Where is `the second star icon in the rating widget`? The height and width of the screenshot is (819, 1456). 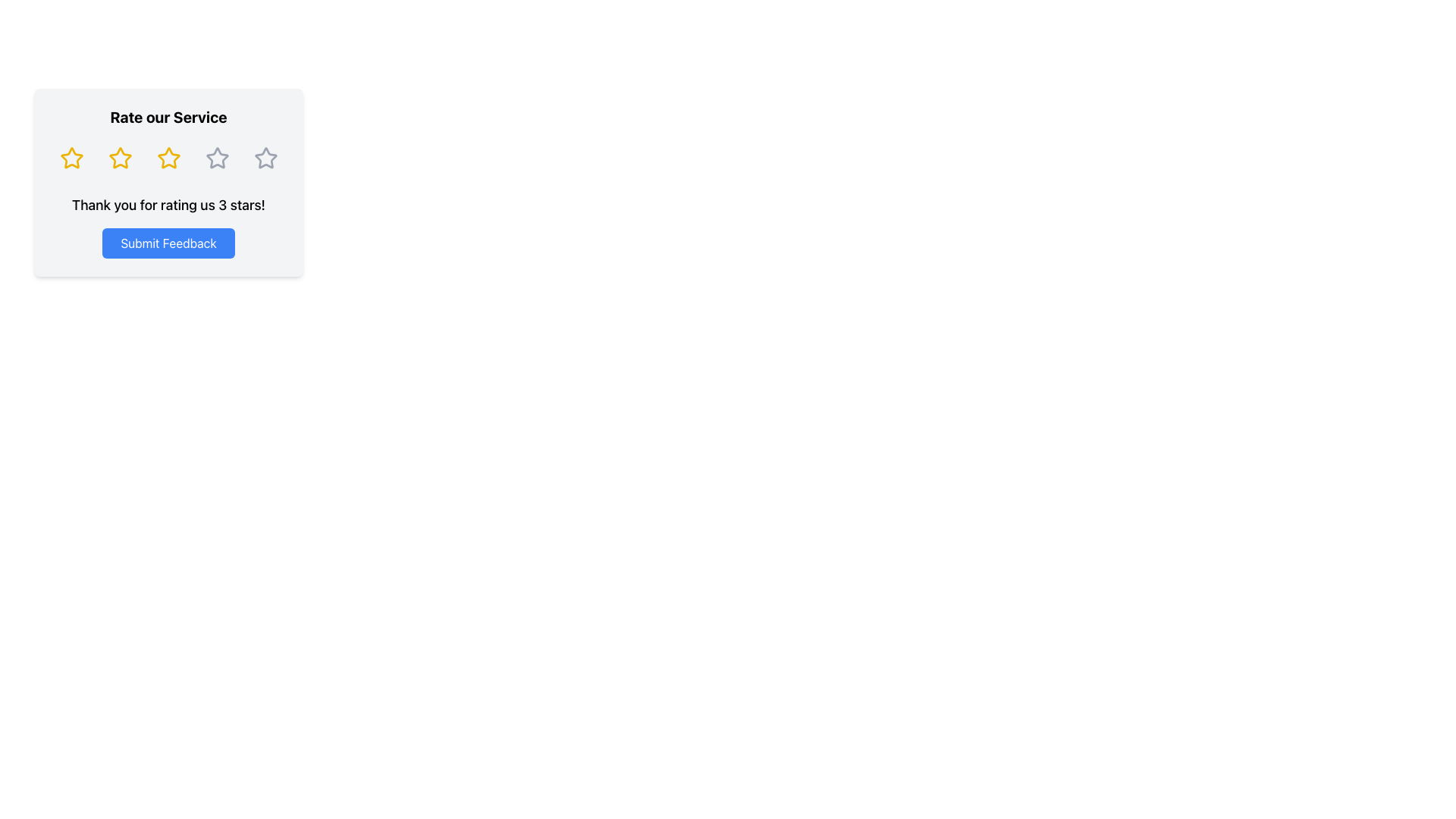
the second star icon in the rating widget is located at coordinates (119, 158).